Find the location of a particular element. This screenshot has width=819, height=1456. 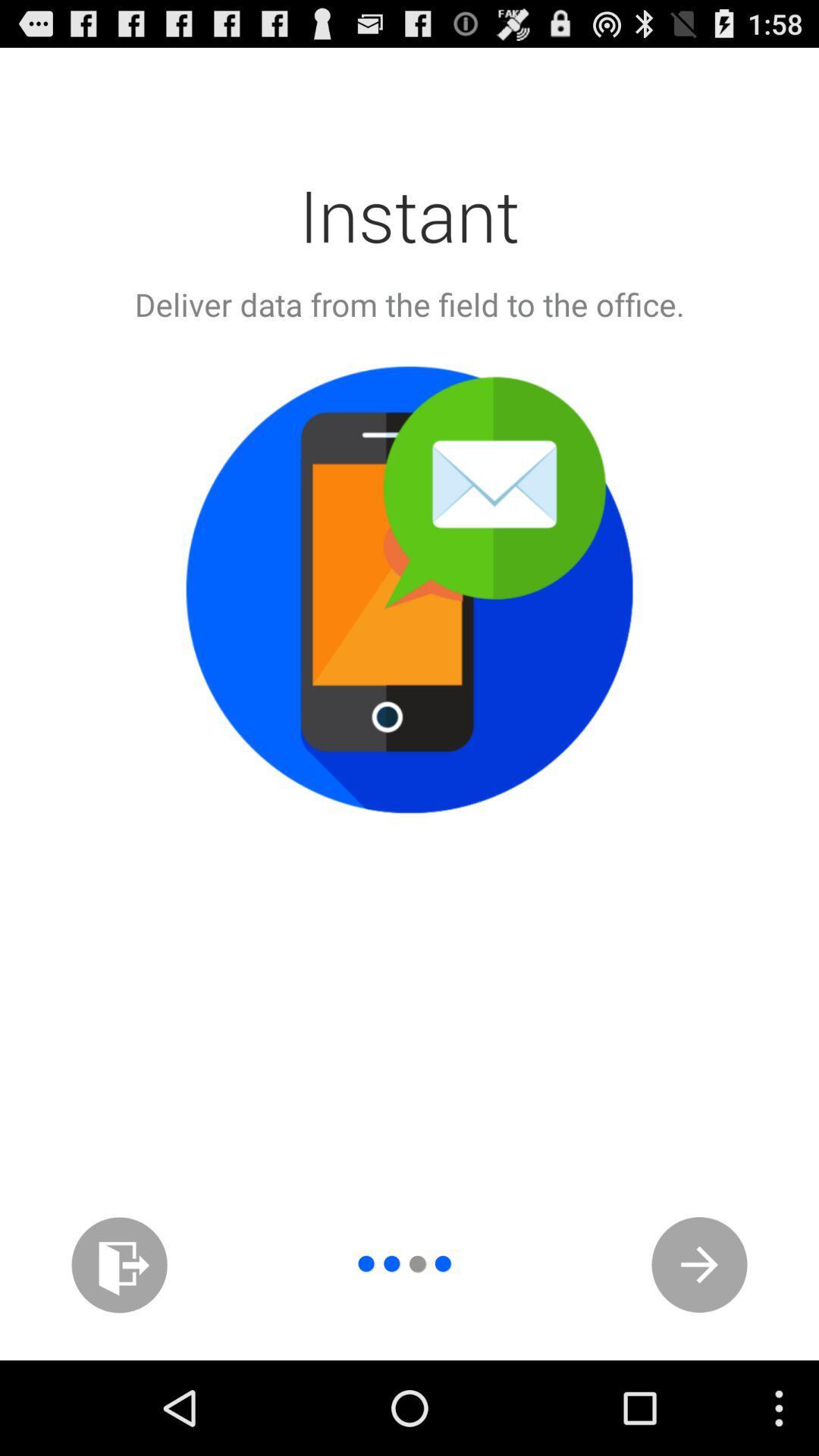

the add icon is located at coordinates (118, 1354).